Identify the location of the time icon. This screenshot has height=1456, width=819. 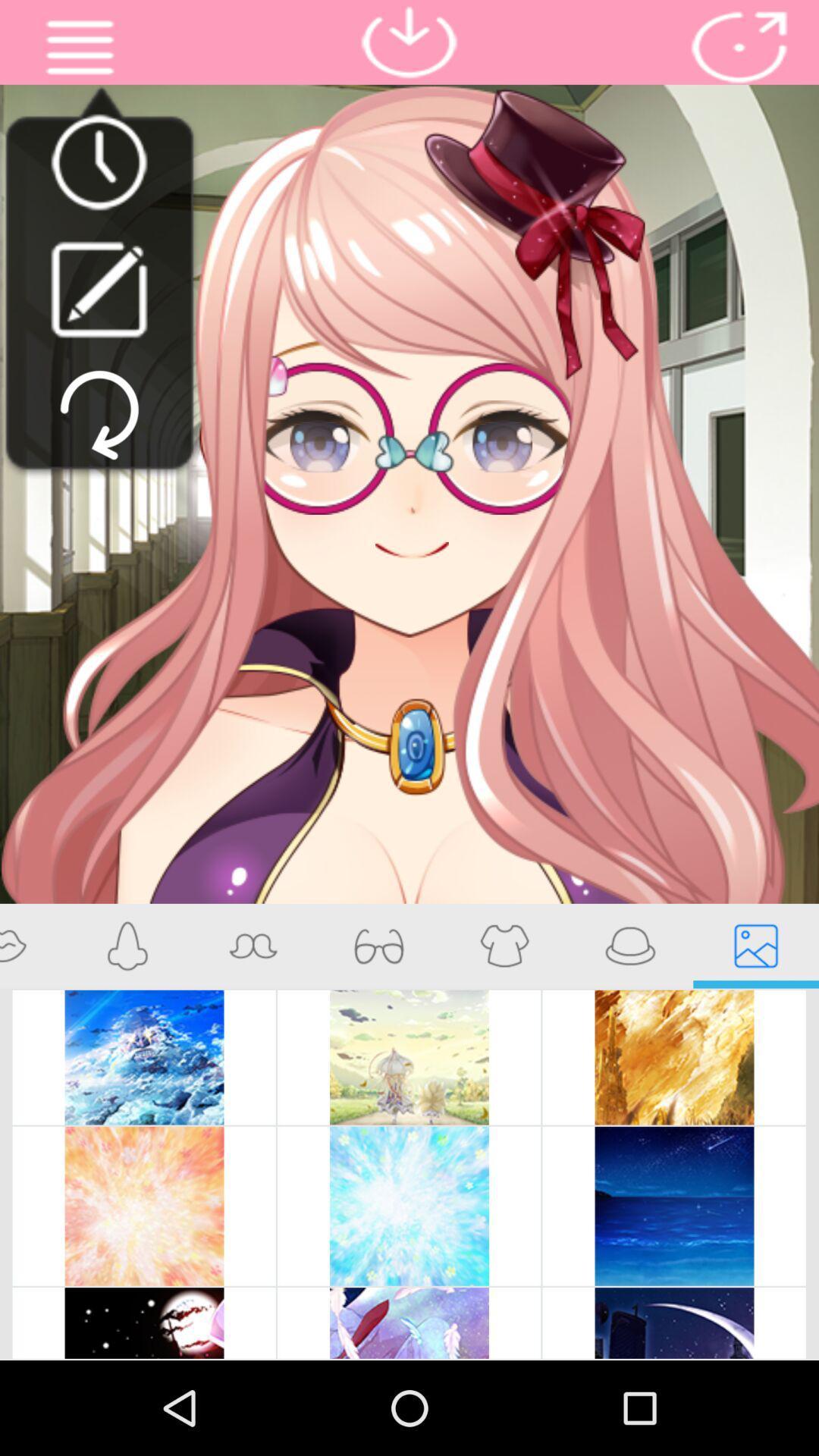
(99, 174).